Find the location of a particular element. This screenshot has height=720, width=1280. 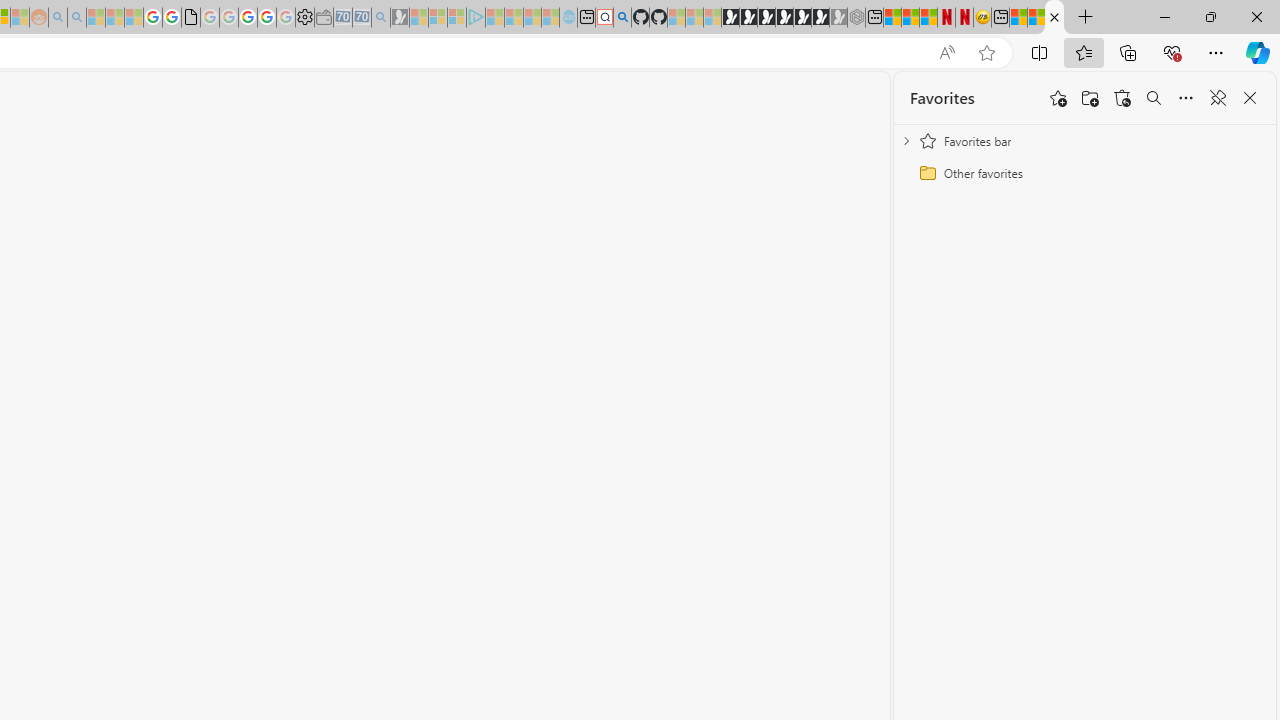

'Minimize' is located at coordinates (1164, 16).